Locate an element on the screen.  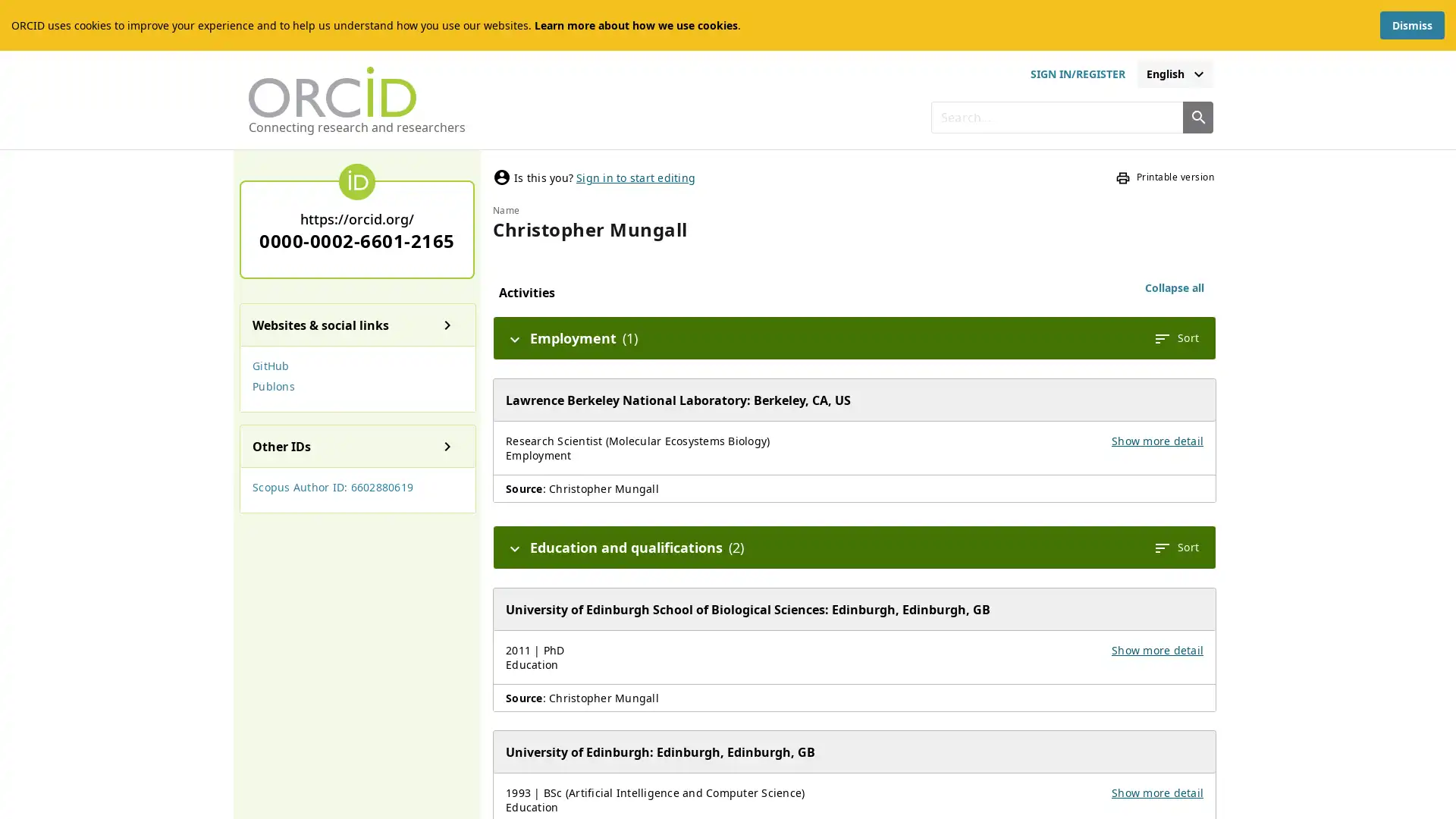
Show more detail is located at coordinates (1156, 649).